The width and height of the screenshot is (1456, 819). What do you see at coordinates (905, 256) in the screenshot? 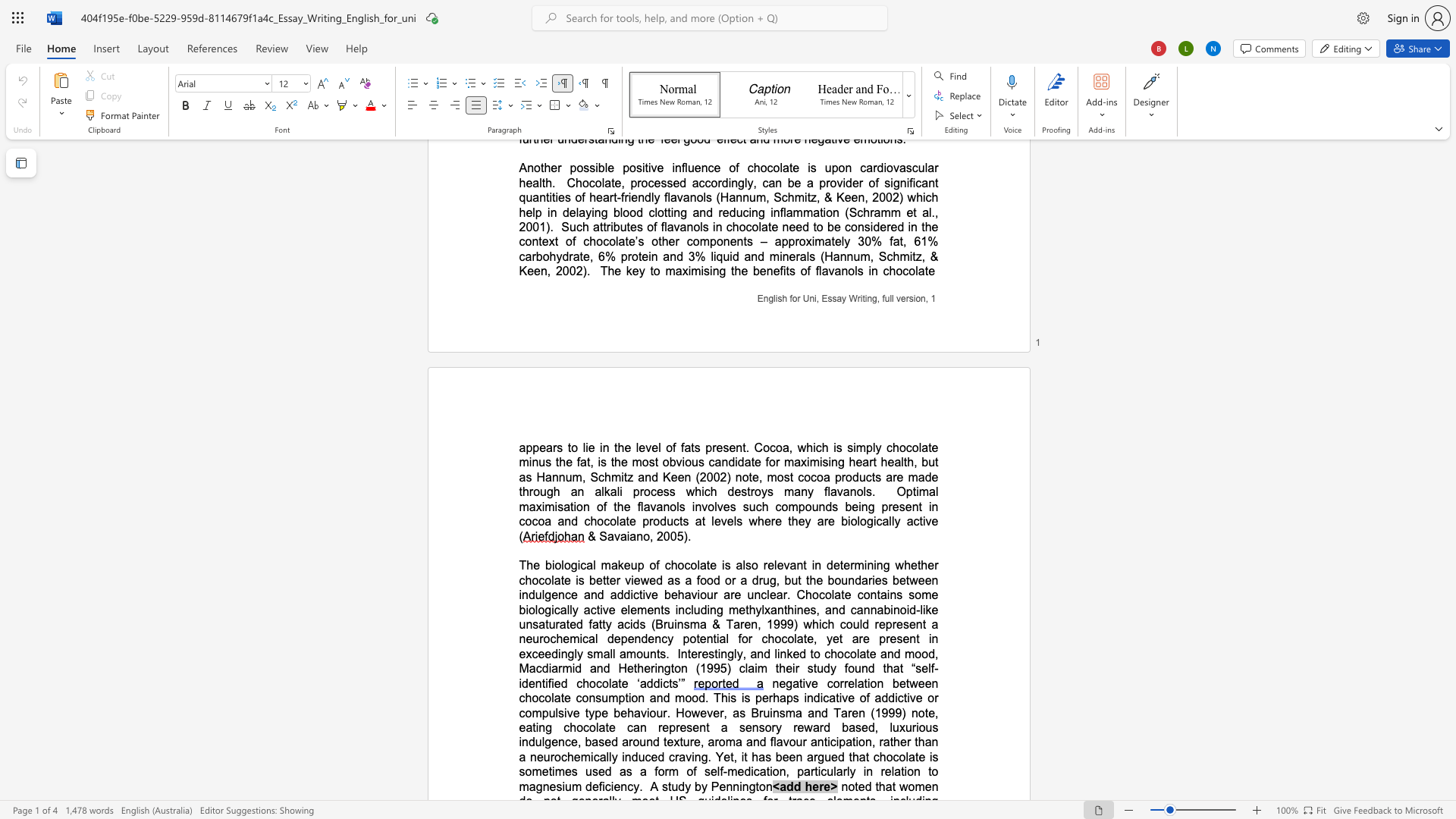
I see `the 1th character "m" in the text` at bounding box center [905, 256].